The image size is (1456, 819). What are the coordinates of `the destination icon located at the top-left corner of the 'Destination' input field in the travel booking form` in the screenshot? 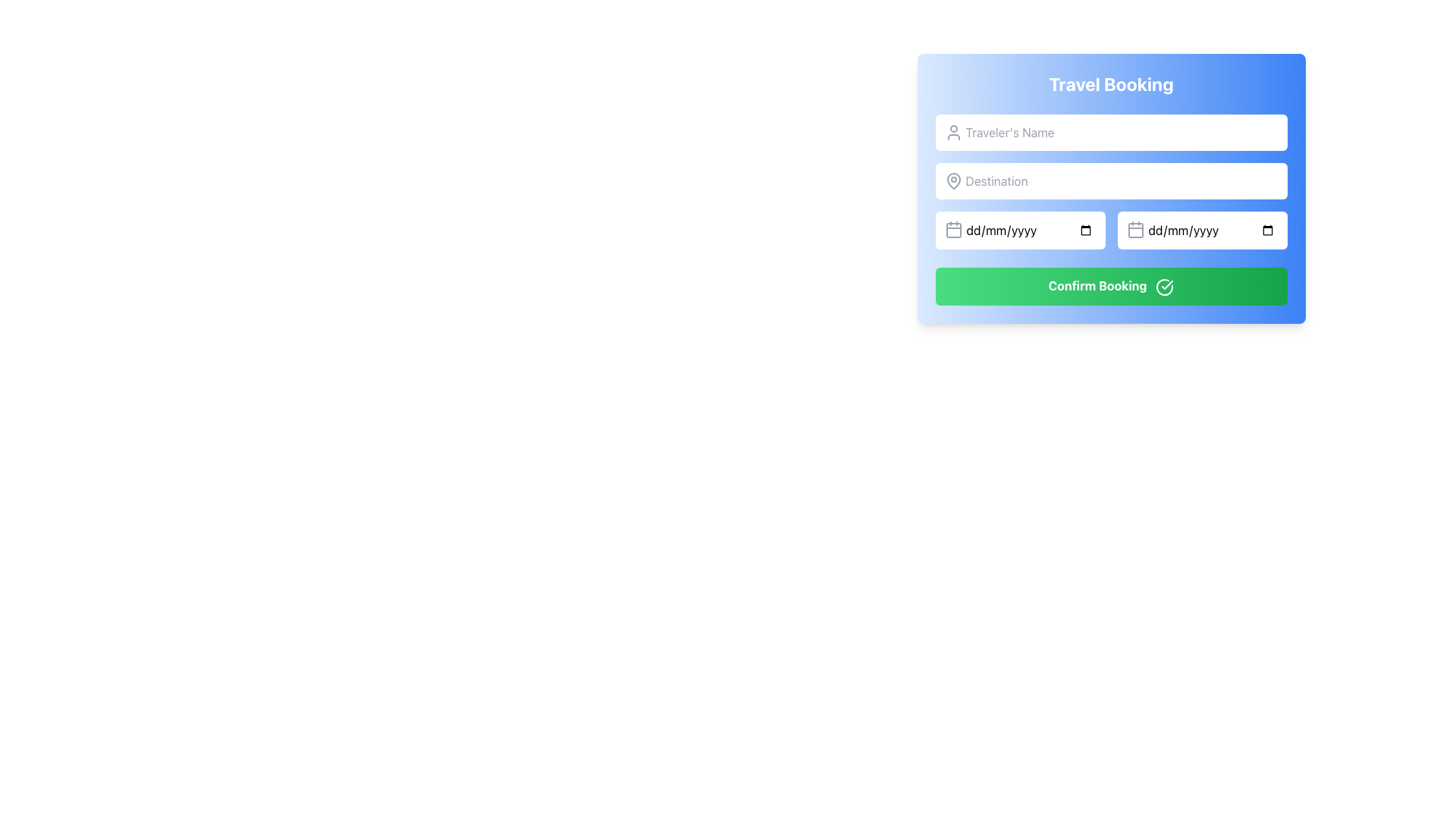 It's located at (952, 180).